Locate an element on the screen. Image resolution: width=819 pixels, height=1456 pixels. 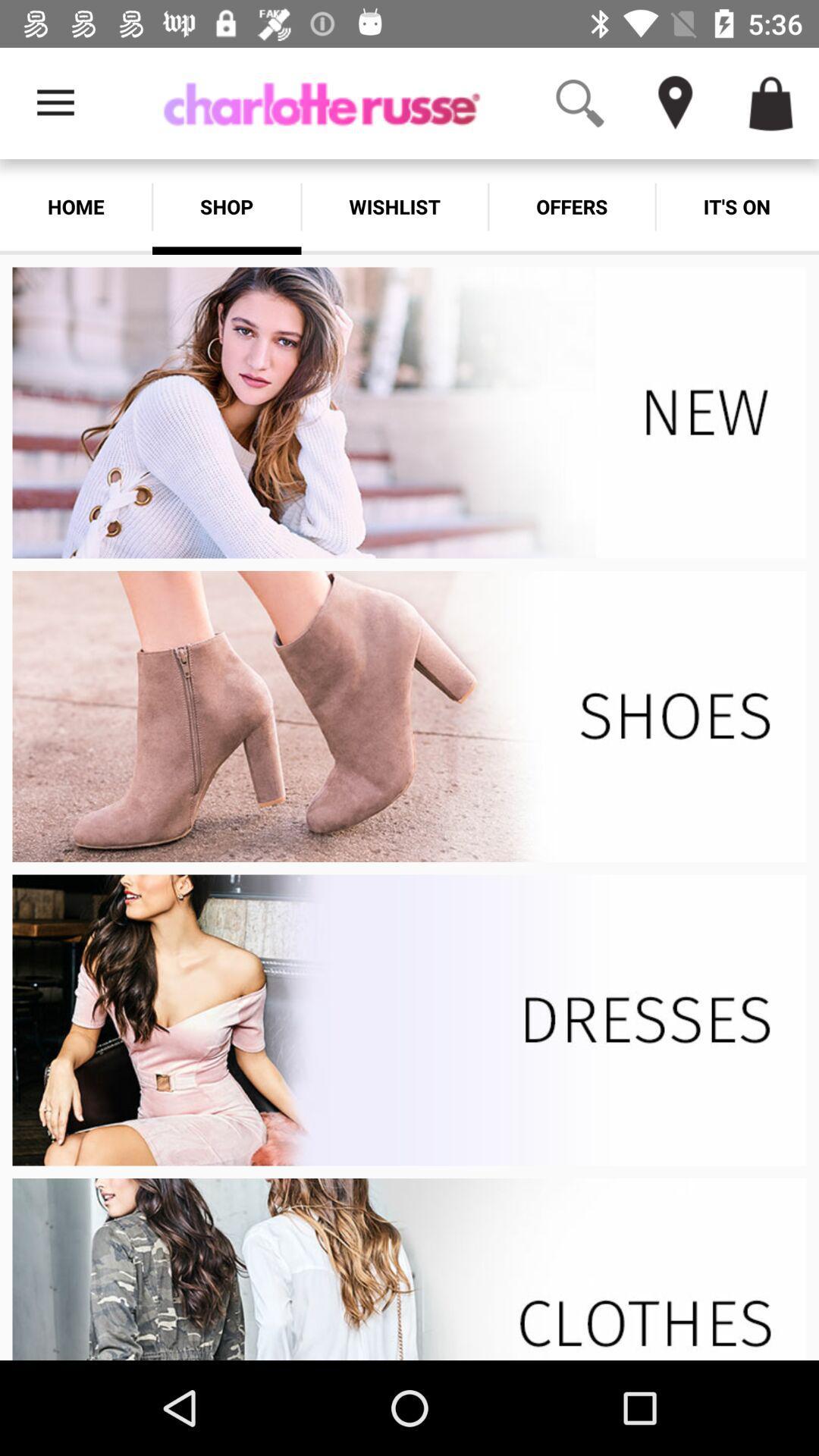
shop option which is below the charlotte russe is located at coordinates (227, 206).